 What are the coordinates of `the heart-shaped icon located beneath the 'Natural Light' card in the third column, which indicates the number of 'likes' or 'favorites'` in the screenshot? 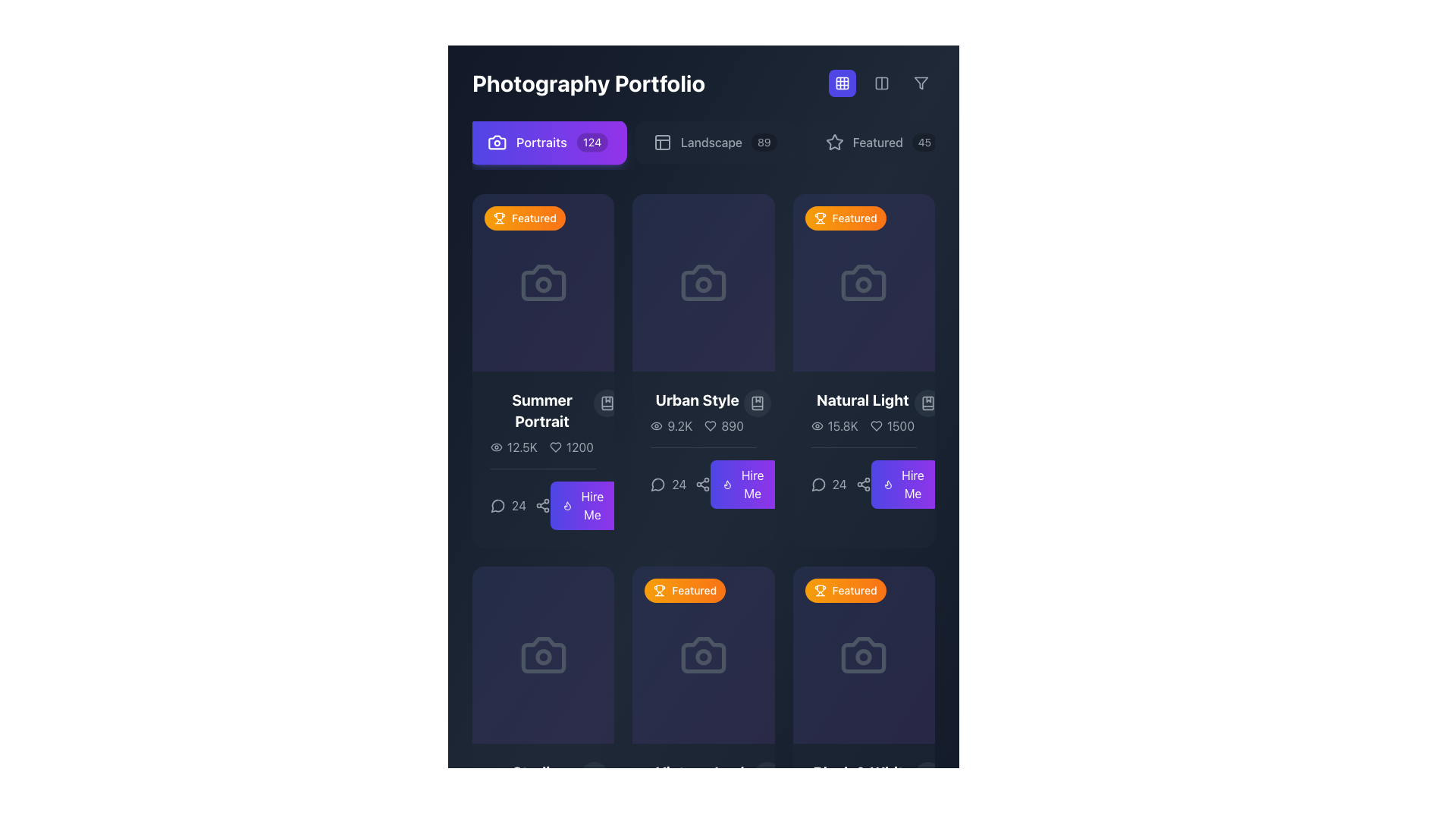 It's located at (876, 426).